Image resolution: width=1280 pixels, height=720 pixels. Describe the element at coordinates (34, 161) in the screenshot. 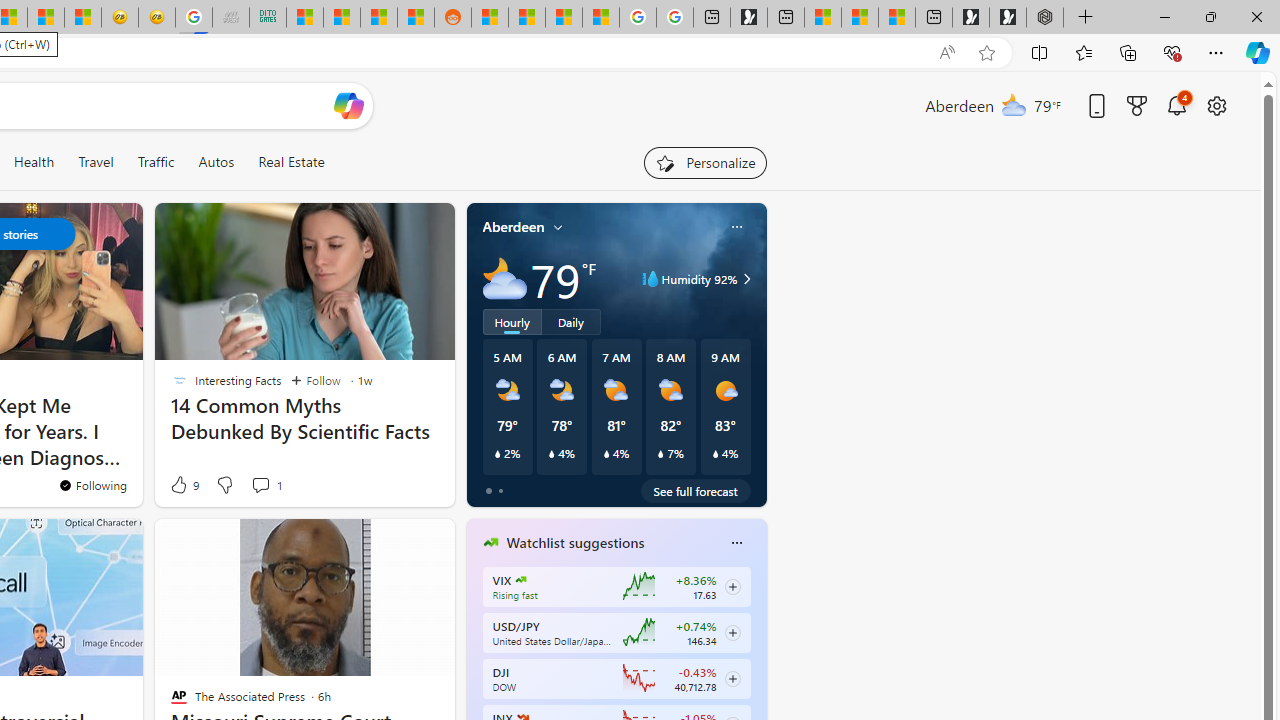

I see `'Health'` at that location.